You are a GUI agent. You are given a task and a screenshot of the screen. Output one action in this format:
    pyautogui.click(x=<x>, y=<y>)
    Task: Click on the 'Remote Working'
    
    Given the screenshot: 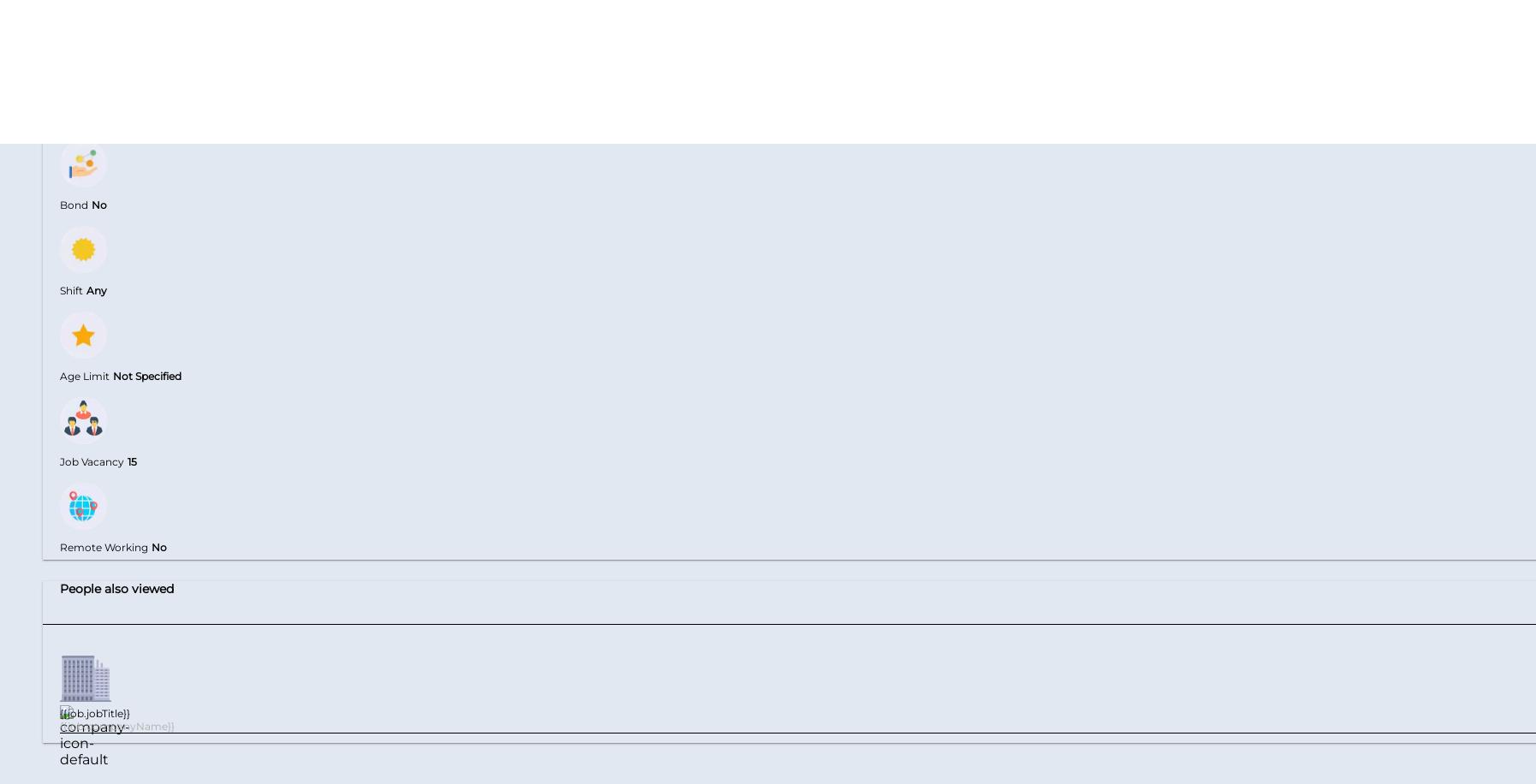 What is the action you would take?
    pyautogui.click(x=103, y=545)
    